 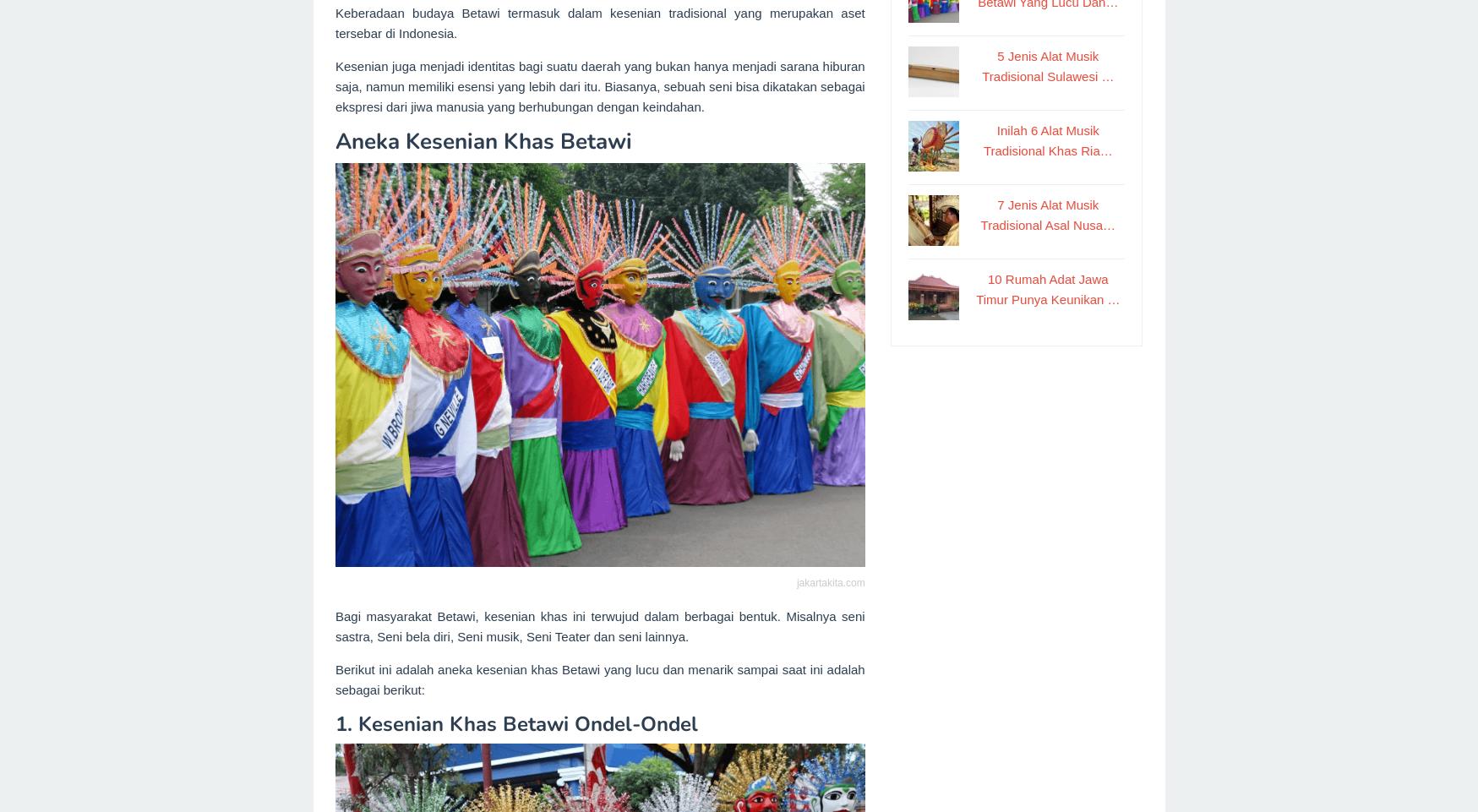 I want to click on 'Bagi masyarakat Betawi, kesenian khas ini terwujud dalam berbagai bentuk. Misalnya seni sastra, Seni bela diri, Seni musik, Seni Teater dan seni lainnya.', so click(x=598, y=626).